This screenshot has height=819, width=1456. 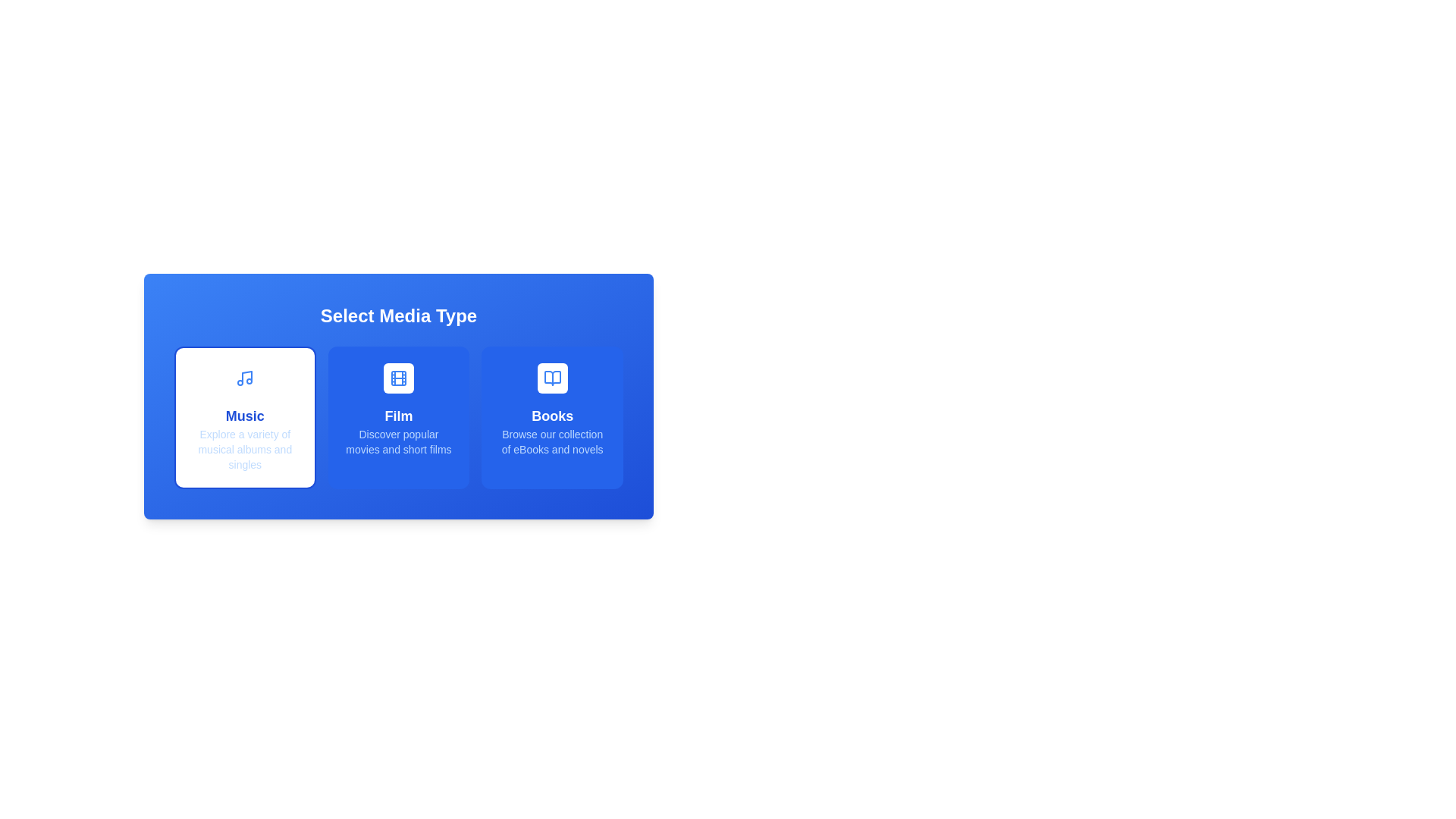 I want to click on the small square button with a blue musical note icon that is located within the 'Music' card in the 'Select Media Type' section, so click(x=244, y=377).